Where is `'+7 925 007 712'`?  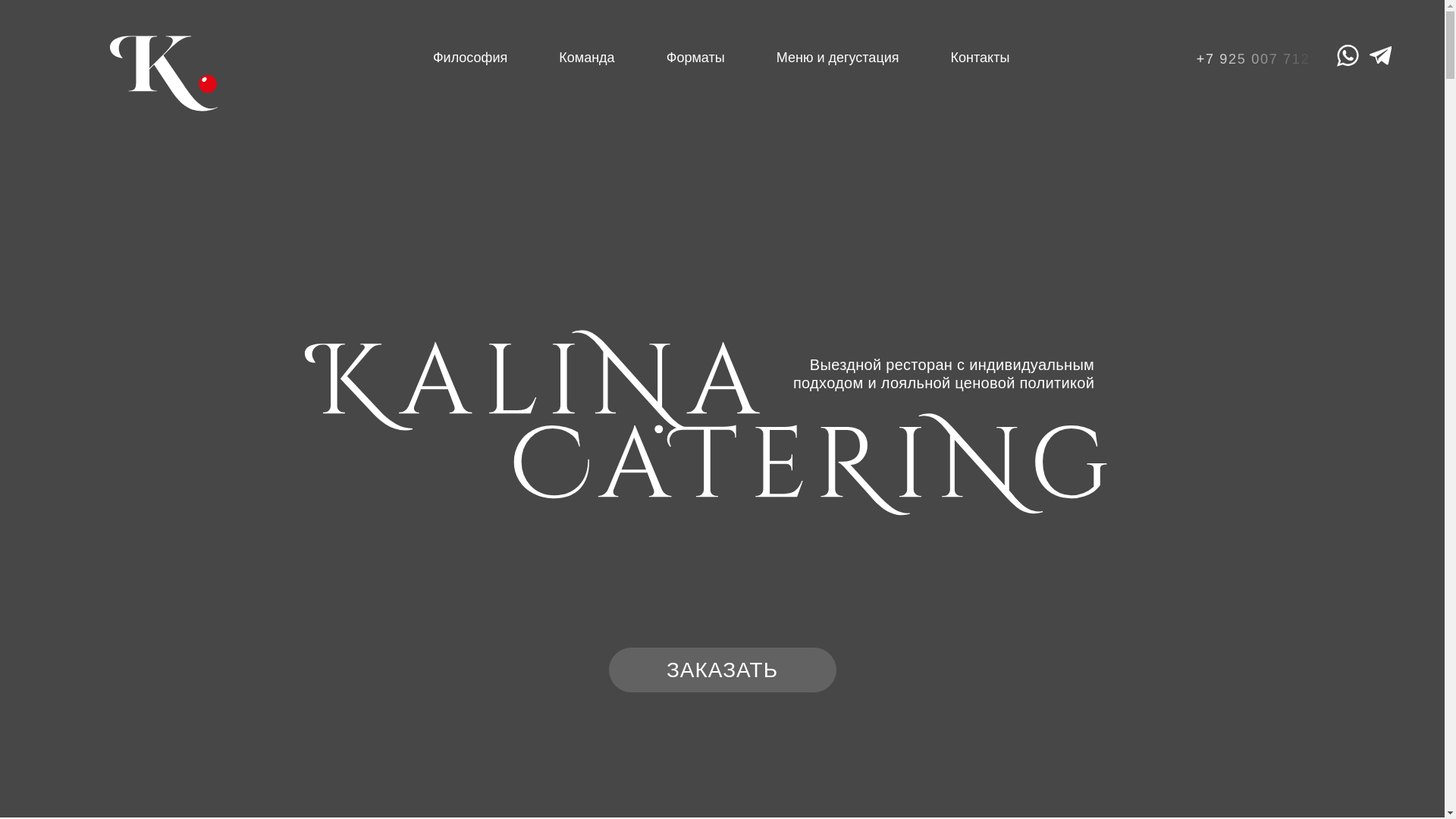 '+7 925 007 712' is located at coordinates (1257, 58).